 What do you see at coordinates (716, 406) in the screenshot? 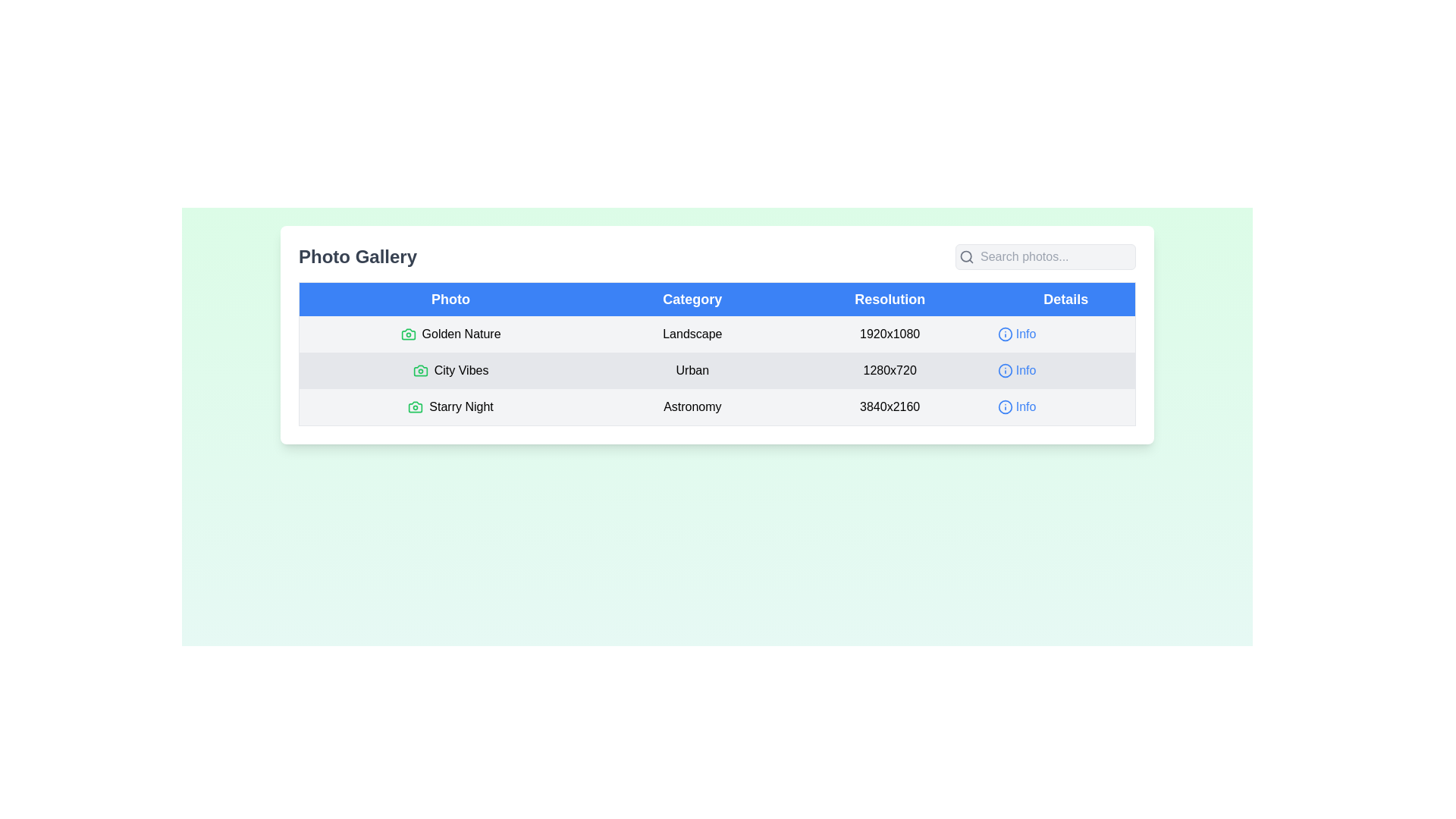
I see `the static text element reading 'Astronomy' in the 'Category' column of the table, which is in the third row, aligned with 'Starry Night' and '3840x2160'` at bounding box center [716, 406].